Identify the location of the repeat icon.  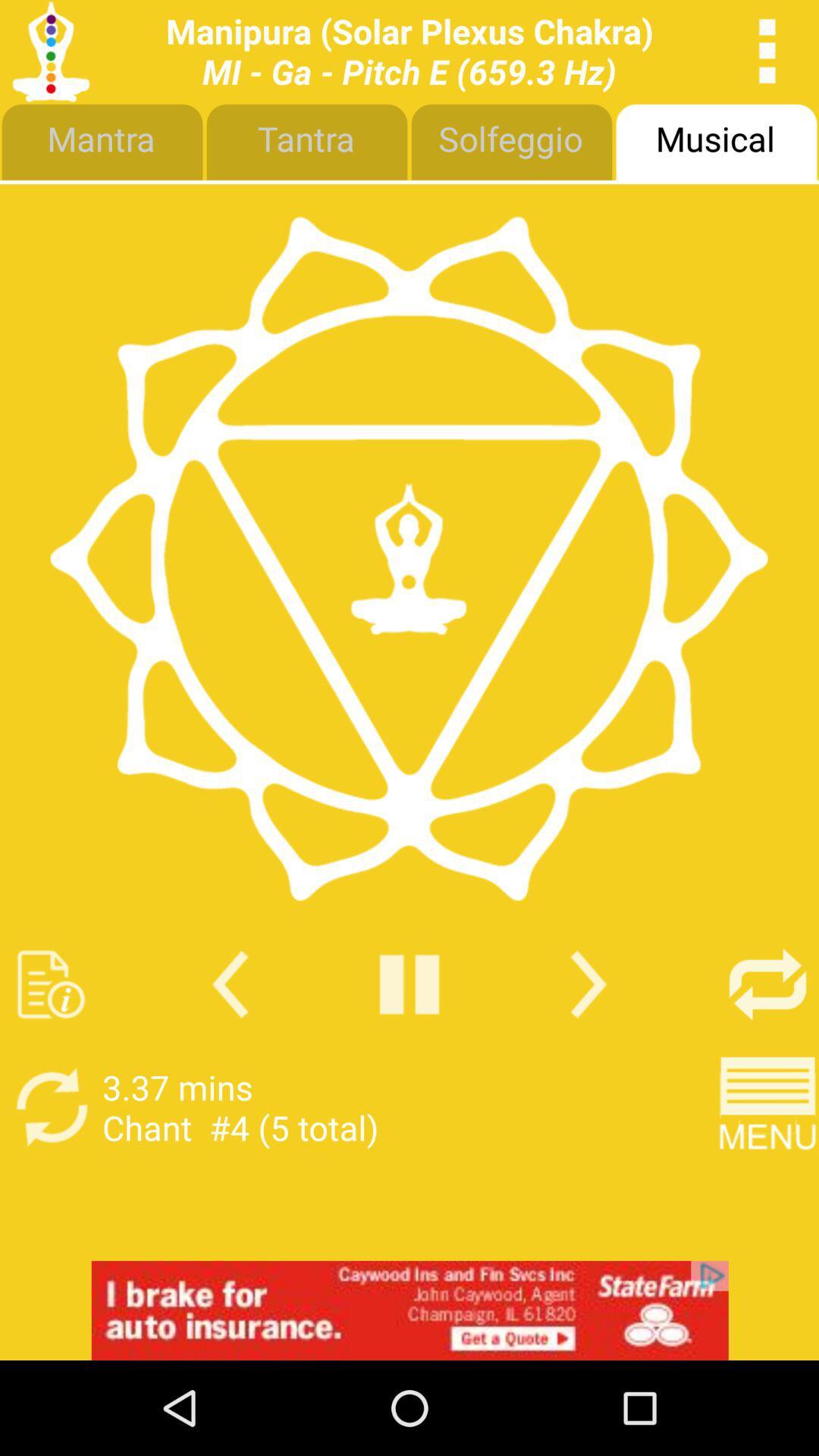
(767, 1053).